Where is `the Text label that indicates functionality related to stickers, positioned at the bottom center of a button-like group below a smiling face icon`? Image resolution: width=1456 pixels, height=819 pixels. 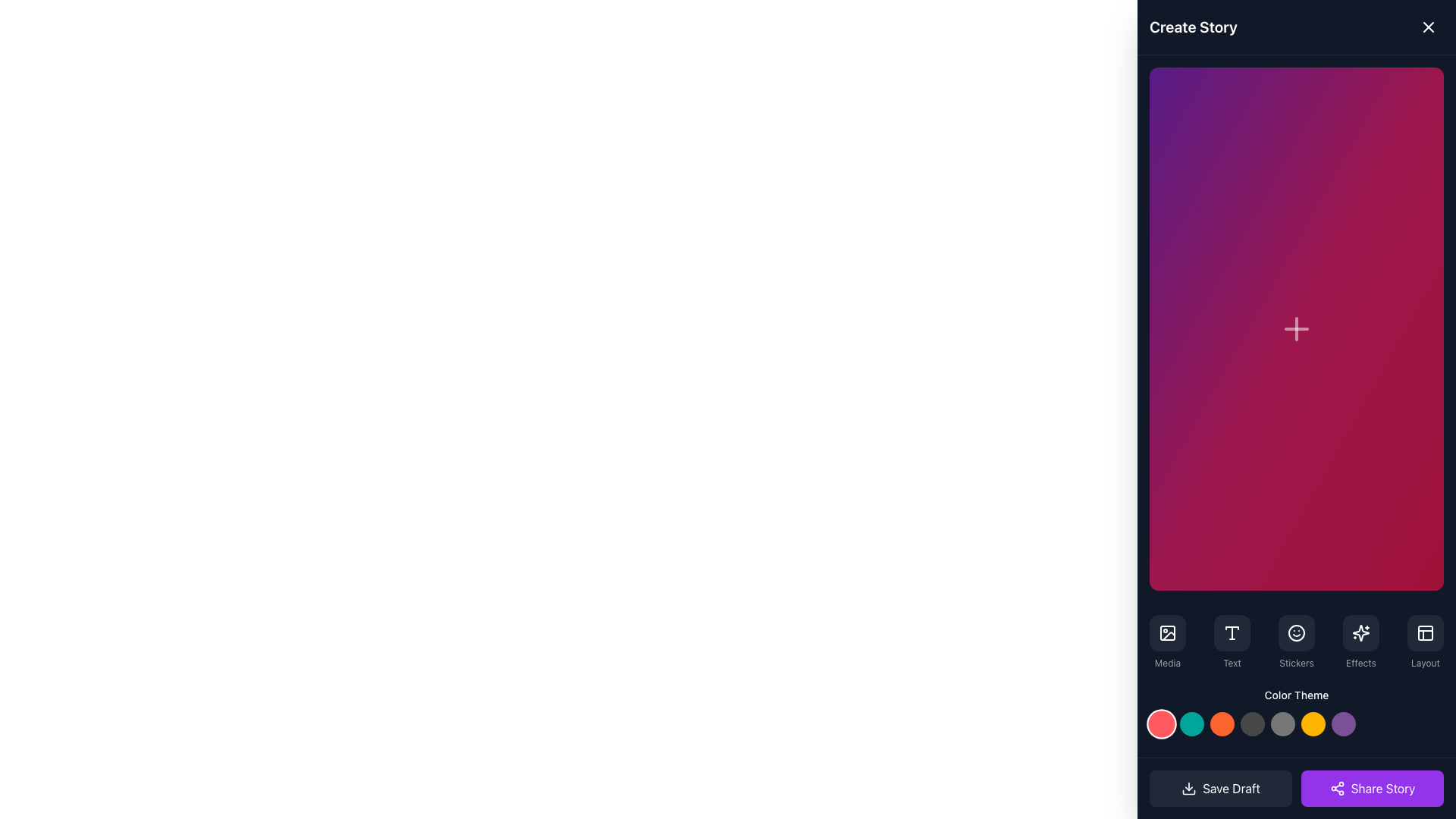 the Text label that indicates functionality related to stickers, positioned at the bottom center of a button-like group below a smiling face icon is located at coordinates (1295, 662).